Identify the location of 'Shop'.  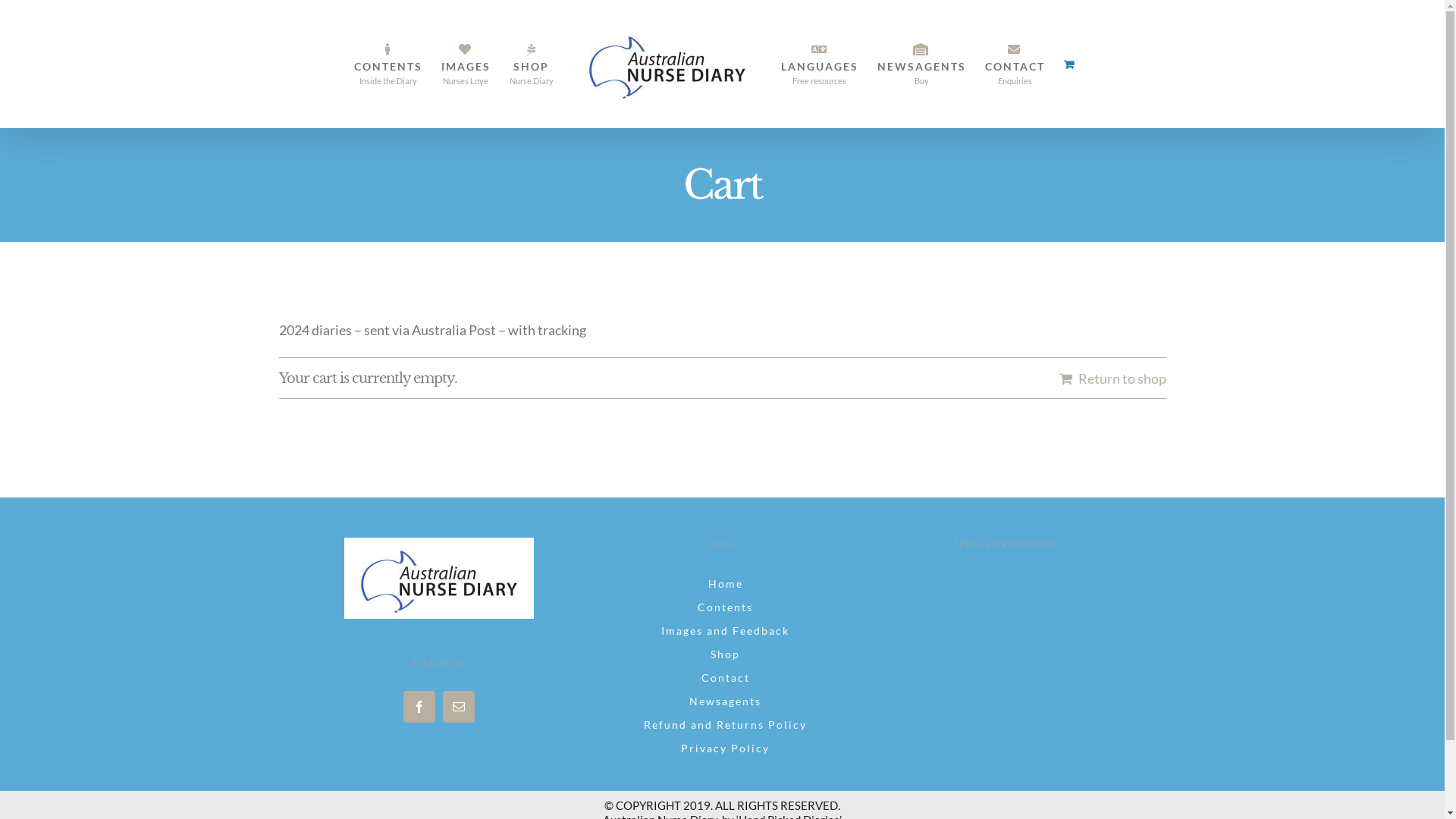
(720, 654).